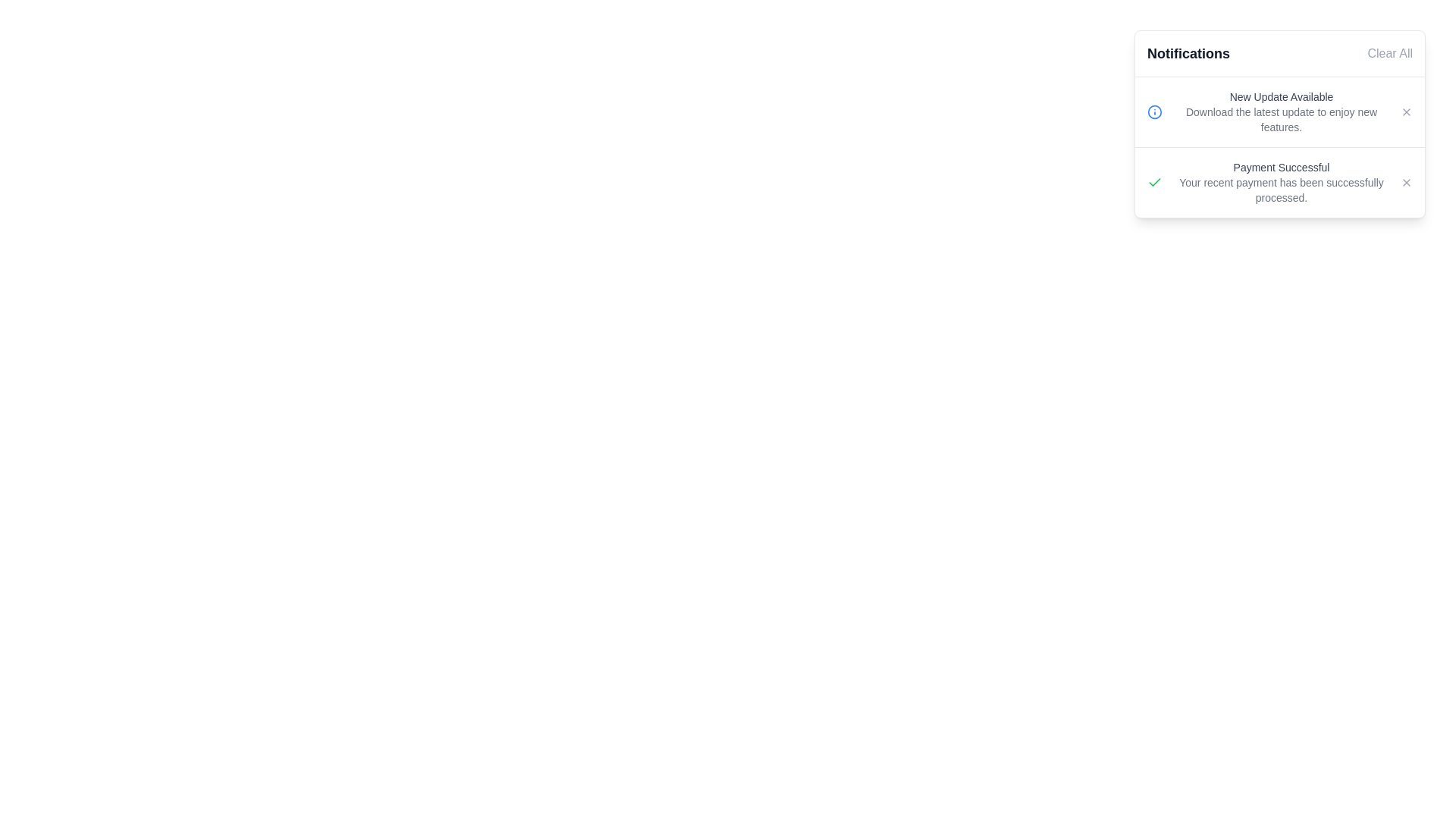 The width and height of the screenshot is (1456, 819). I want to click on the static text providing additional details about the 'New Update Available' notification in the right-side notification panel, so click(1280, 119).